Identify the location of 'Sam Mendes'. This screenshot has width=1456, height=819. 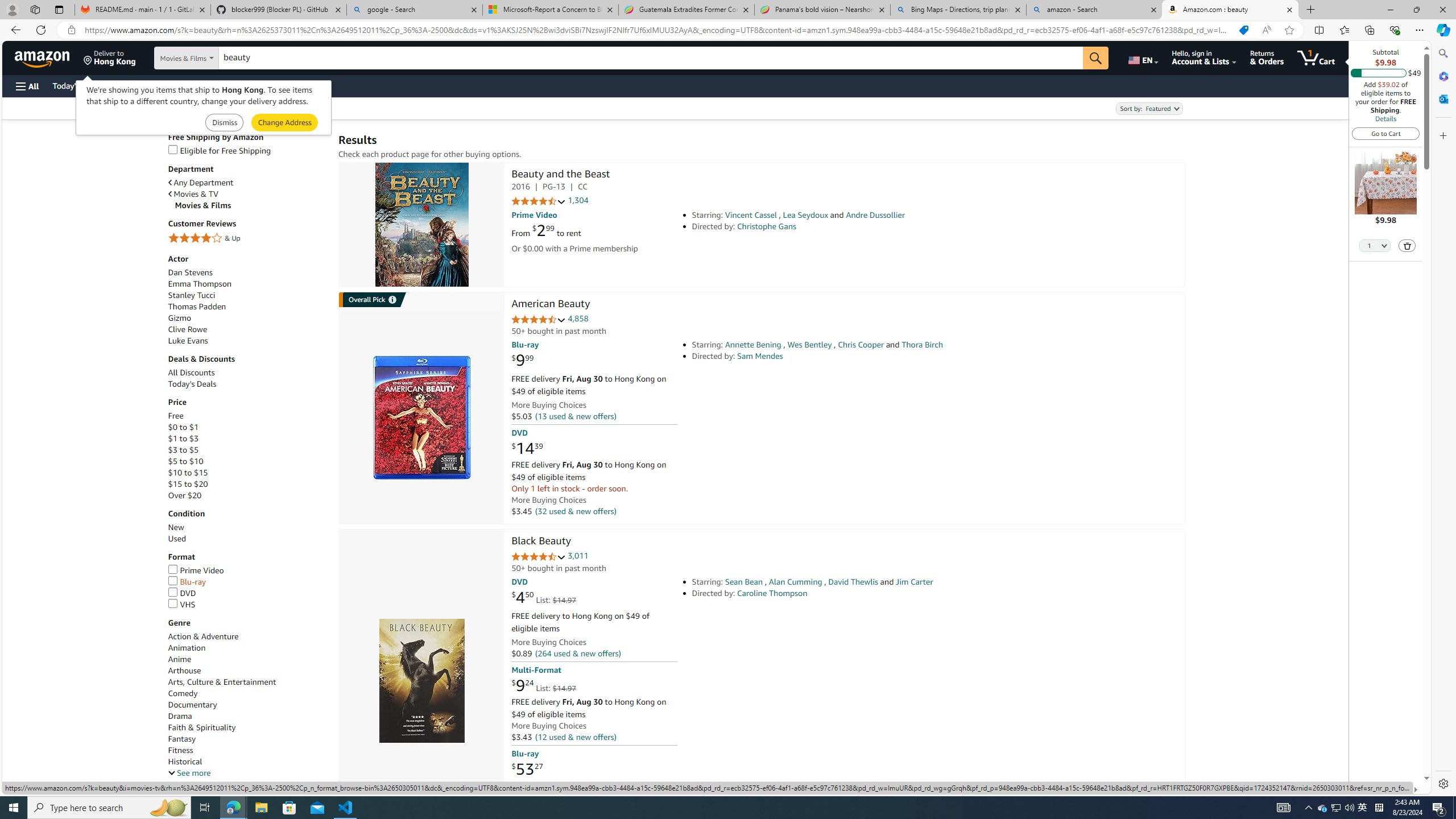
(760, 355).